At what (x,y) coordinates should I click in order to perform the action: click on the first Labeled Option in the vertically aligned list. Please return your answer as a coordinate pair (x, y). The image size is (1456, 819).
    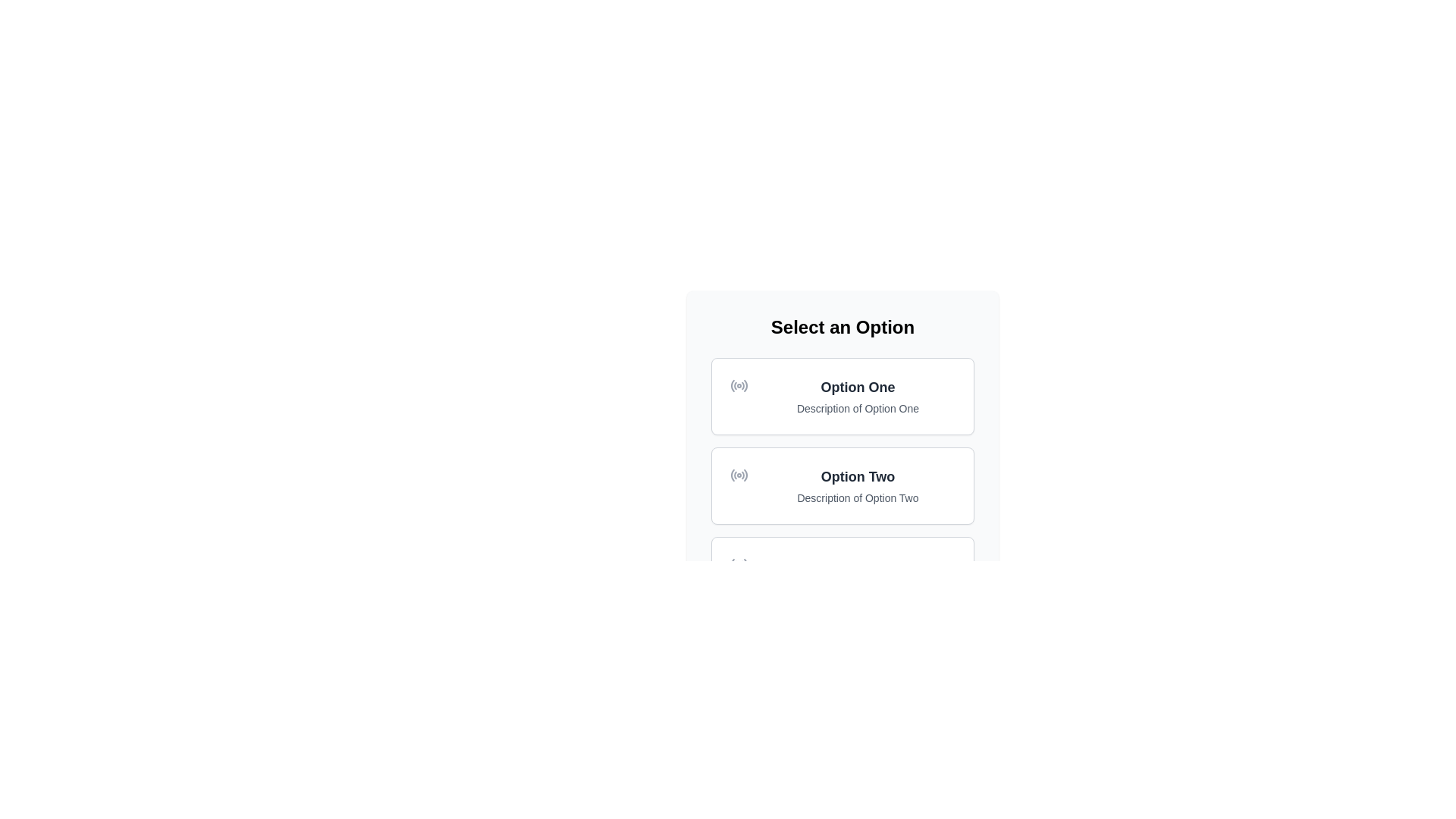
    Looking at the image, I should click on (858, 396).